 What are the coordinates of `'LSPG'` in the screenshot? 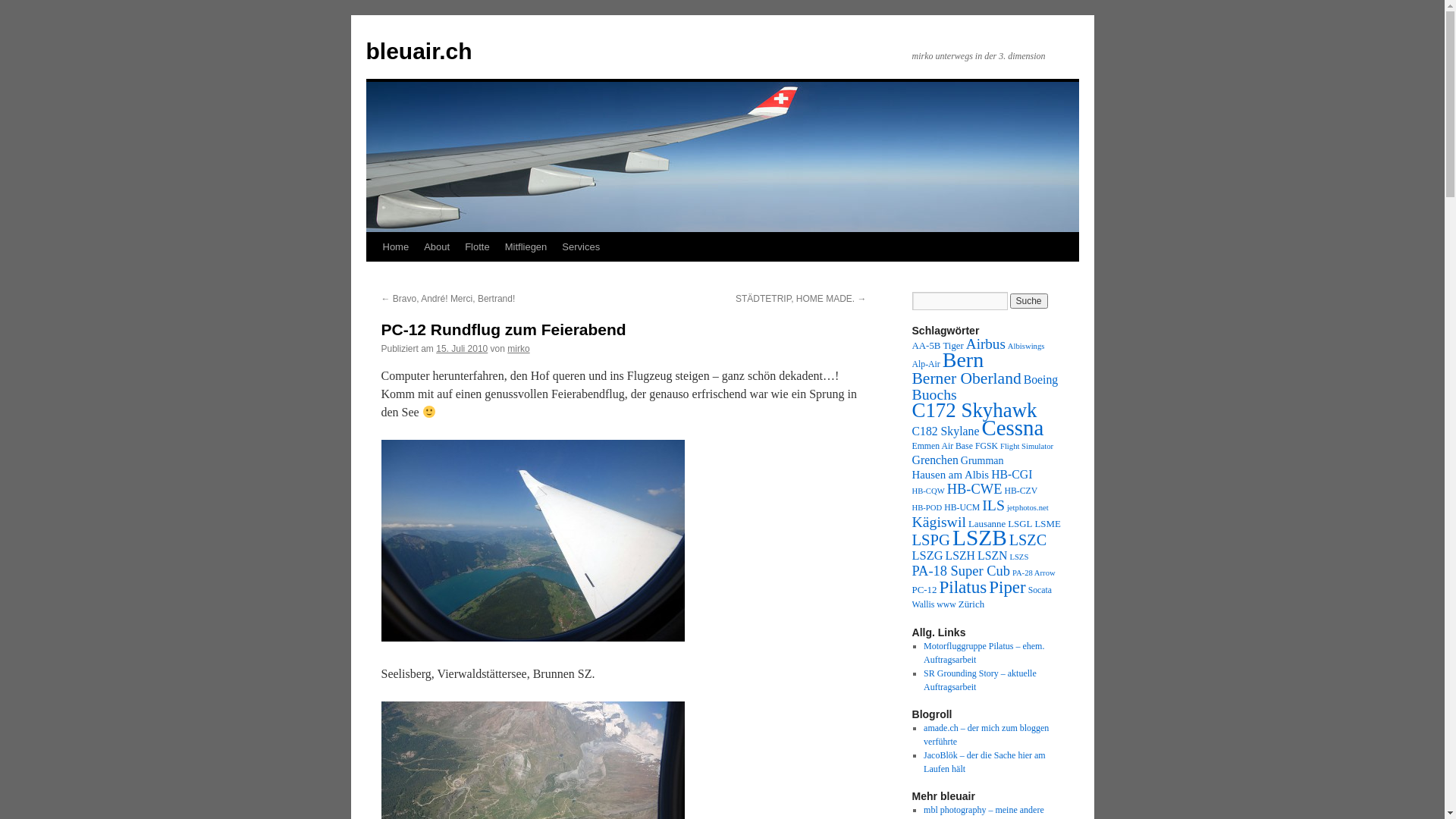 It's located at (930, 539).